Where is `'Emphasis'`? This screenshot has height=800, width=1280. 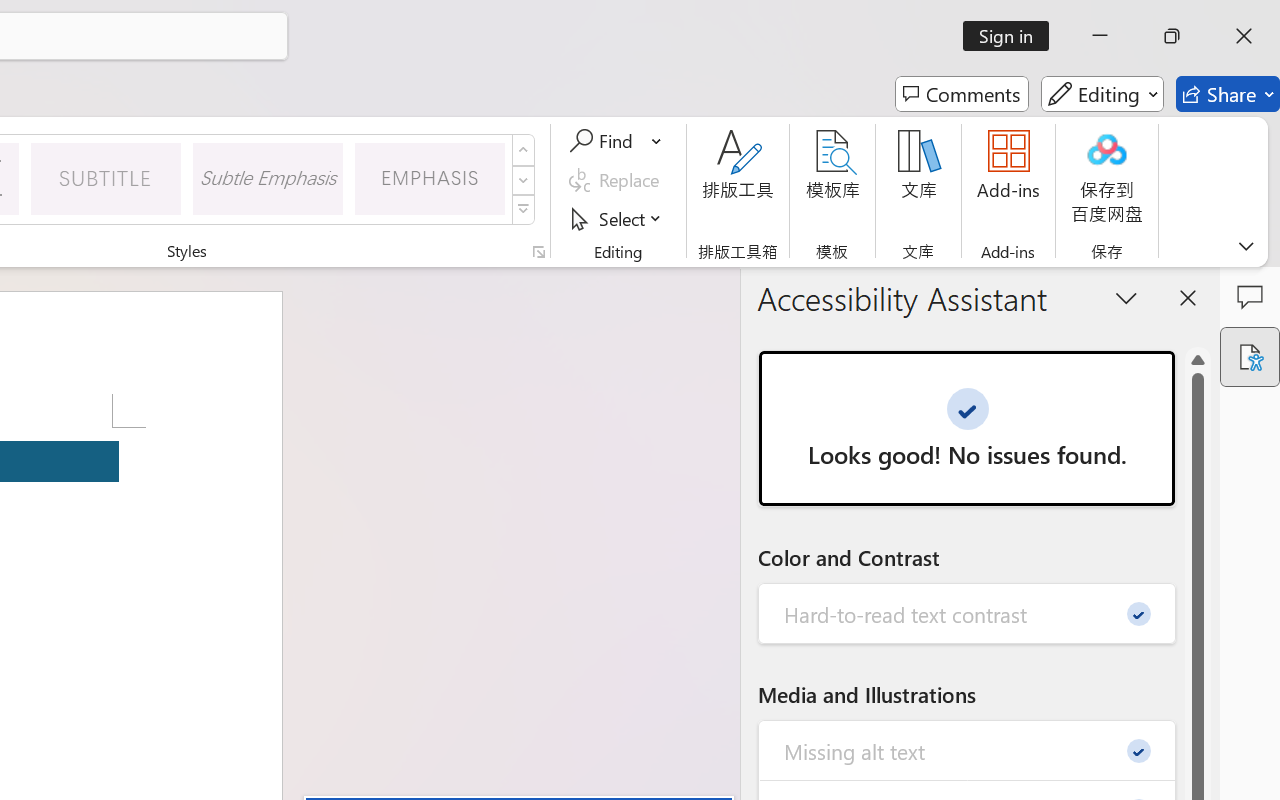
'Emphasis' is located at coordinates (429, 177).